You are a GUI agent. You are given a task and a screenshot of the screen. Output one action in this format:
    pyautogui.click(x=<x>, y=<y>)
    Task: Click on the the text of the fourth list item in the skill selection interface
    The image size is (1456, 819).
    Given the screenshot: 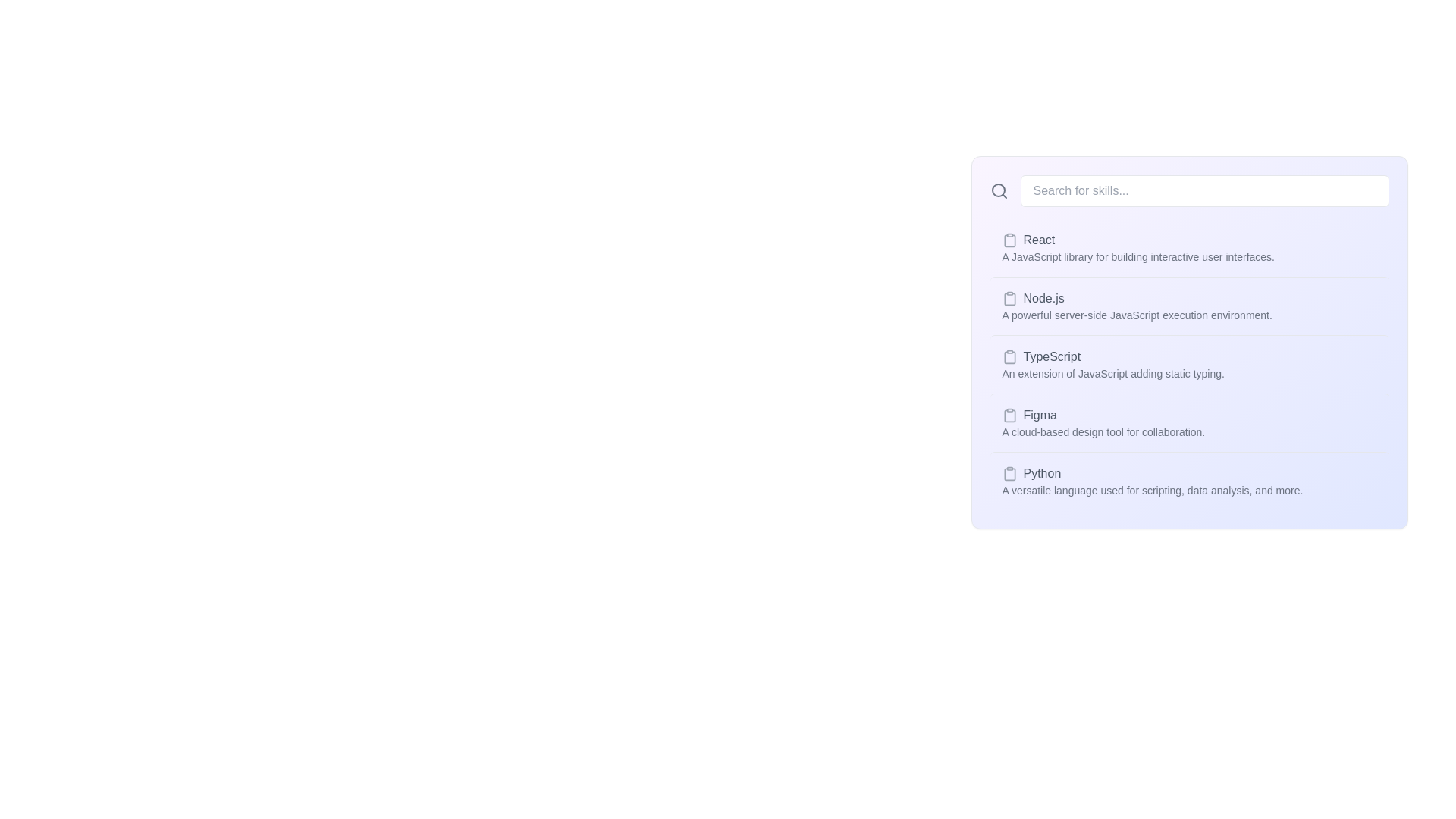 What is the action you would take?
    pyautogui.click(x=1188, y=422)
    